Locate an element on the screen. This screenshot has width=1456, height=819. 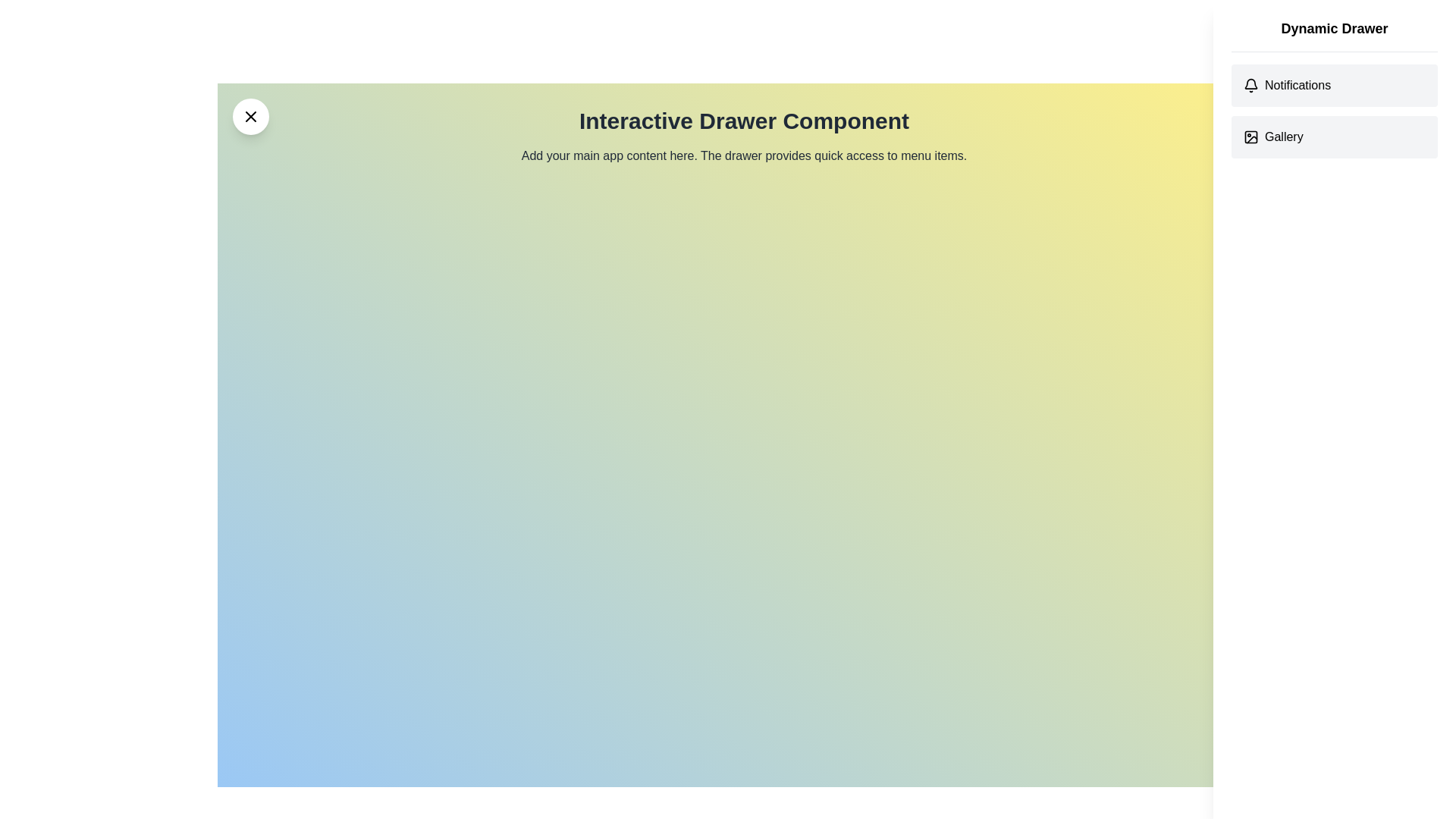
bold text element labeled 'Interactive Drawer Component', which is styled in a large font size and centered on a gradient background is located at coordinates (744, 120).